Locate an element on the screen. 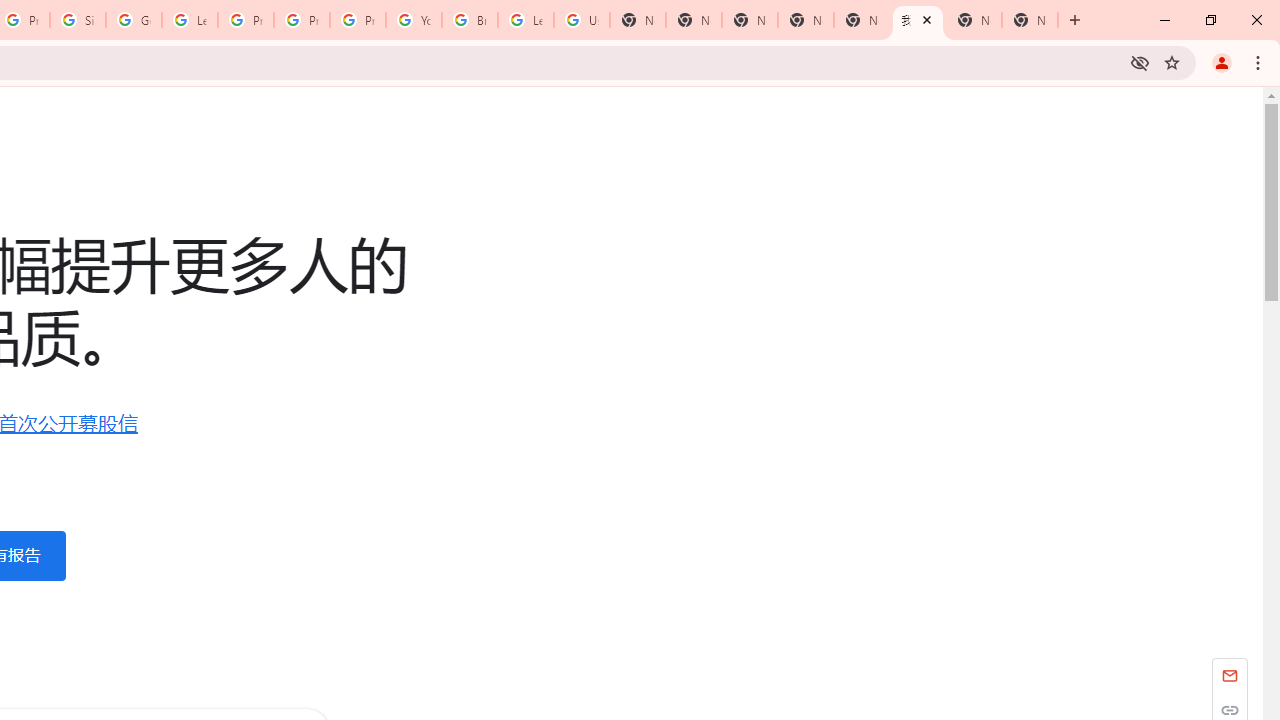 The height and width of the screenshot is (720, 1280). 'New Tab' is located at coordinates (1030, 20).